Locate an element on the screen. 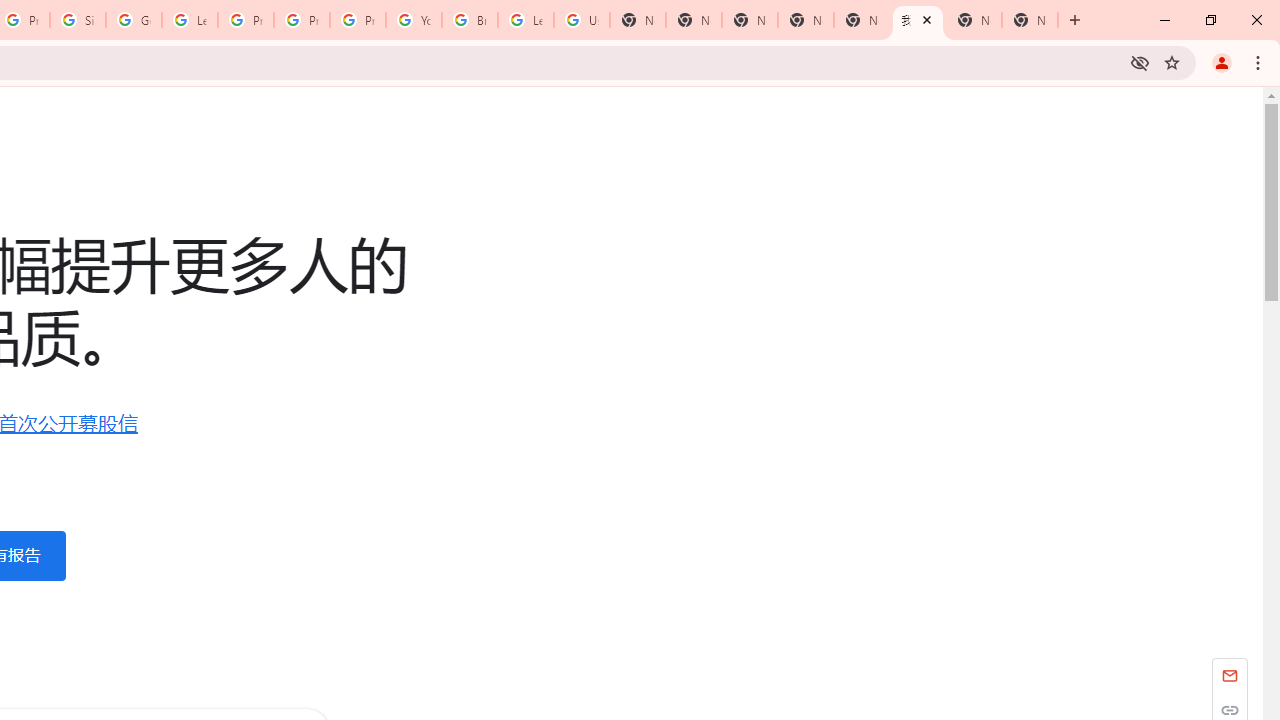 The height and width of the screenshot is (720, 1280). 'New Tab' is located at coordinates (1030, 20).